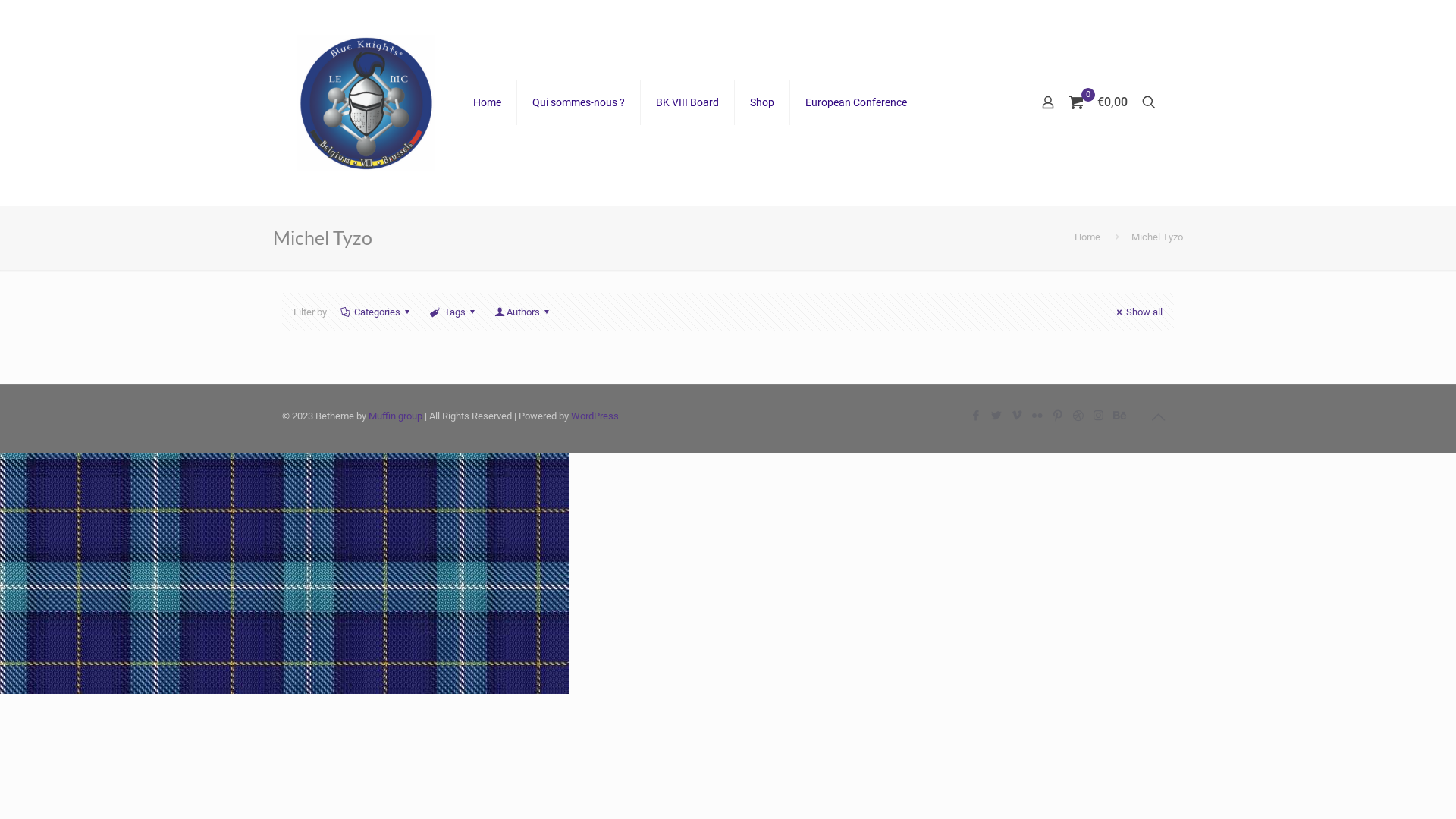 The height and width of the screenshot is (819, 1456). I want to click on 'BK VIII Board', so click(687, 102).